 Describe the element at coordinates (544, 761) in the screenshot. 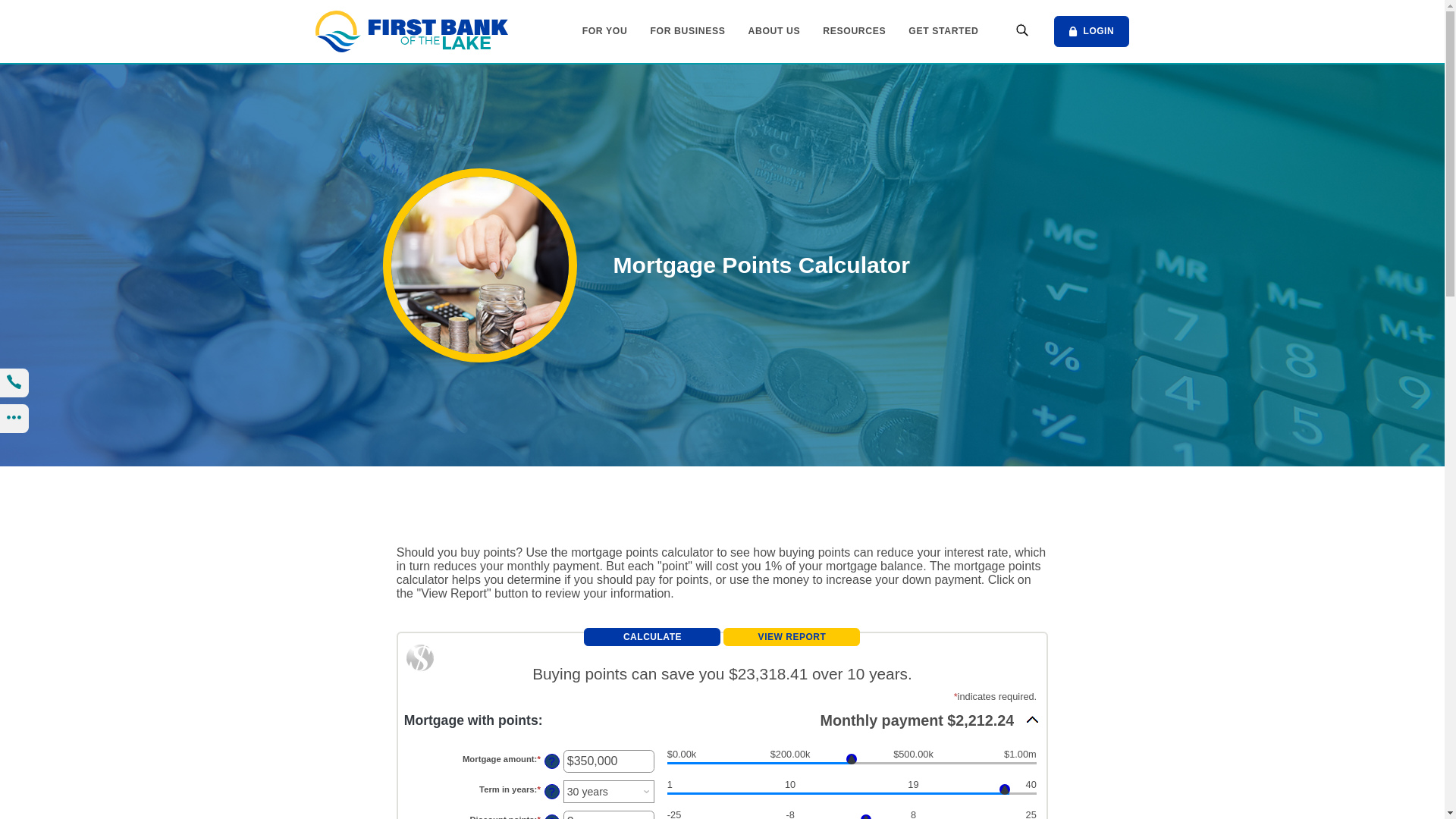

I see `'?'` at that location.